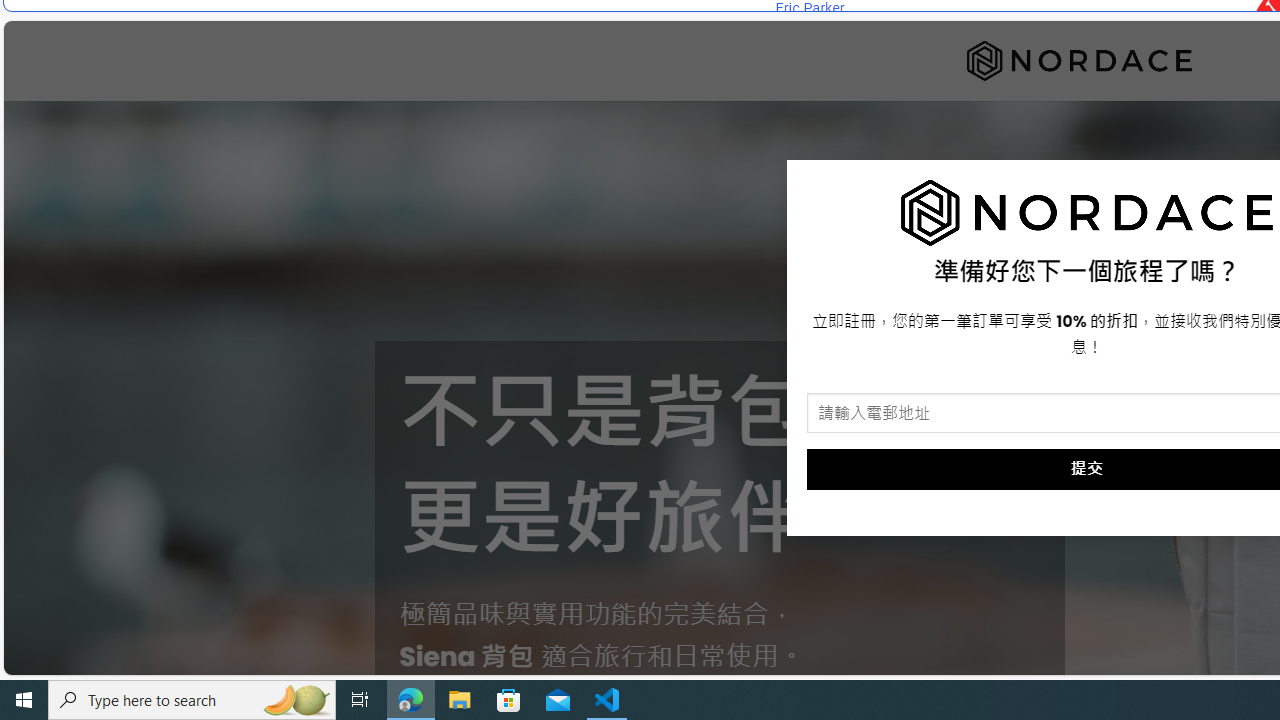 The image size is (1280, 720). I want to click on 'To get missing image descriptions, open the context menu.', so click(1086, 213).